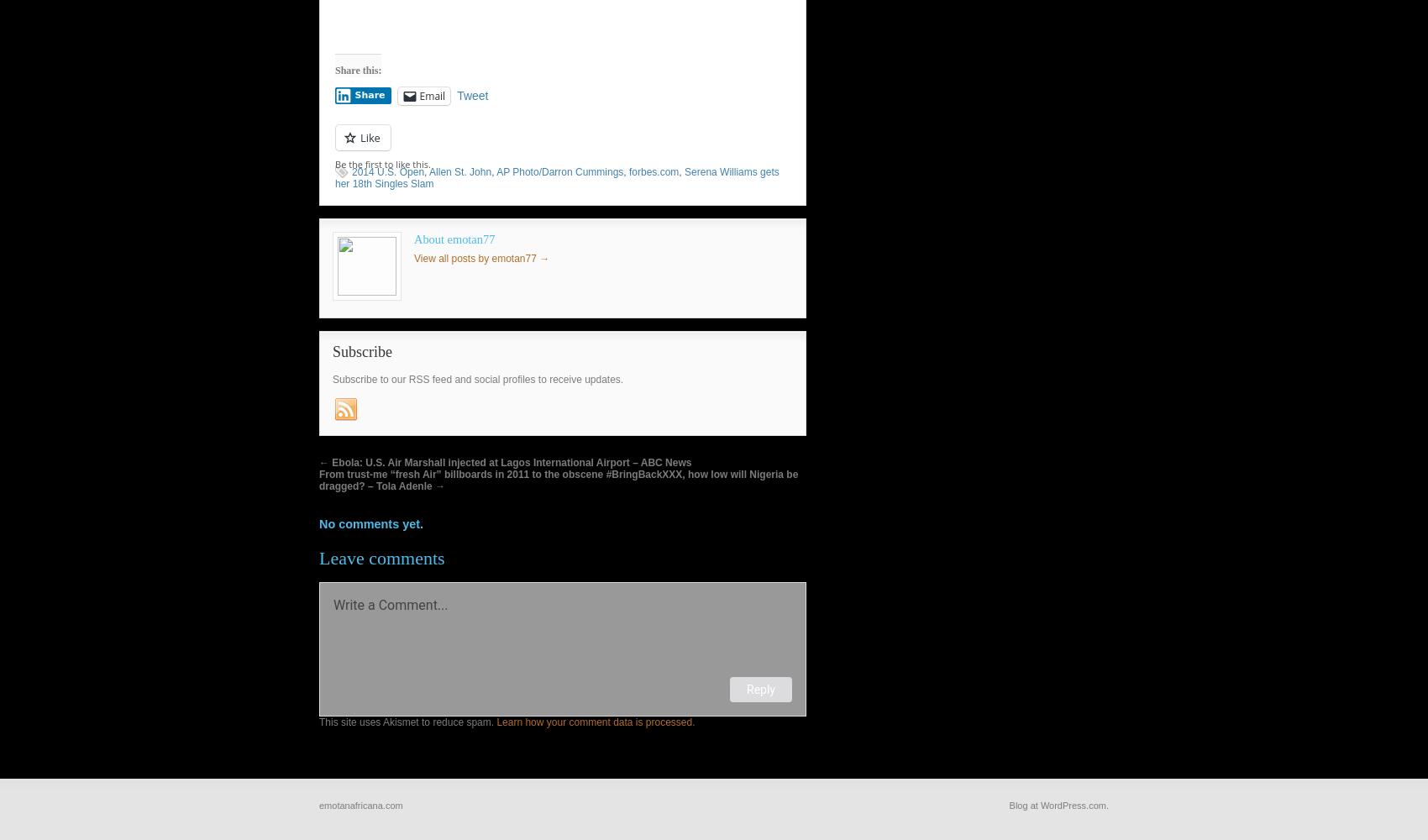  Describe the element at coordinates (476, 378) in the screenshot. I see `'Subscribe to our RSS feed and social profiles to receive updates.'` at that location.